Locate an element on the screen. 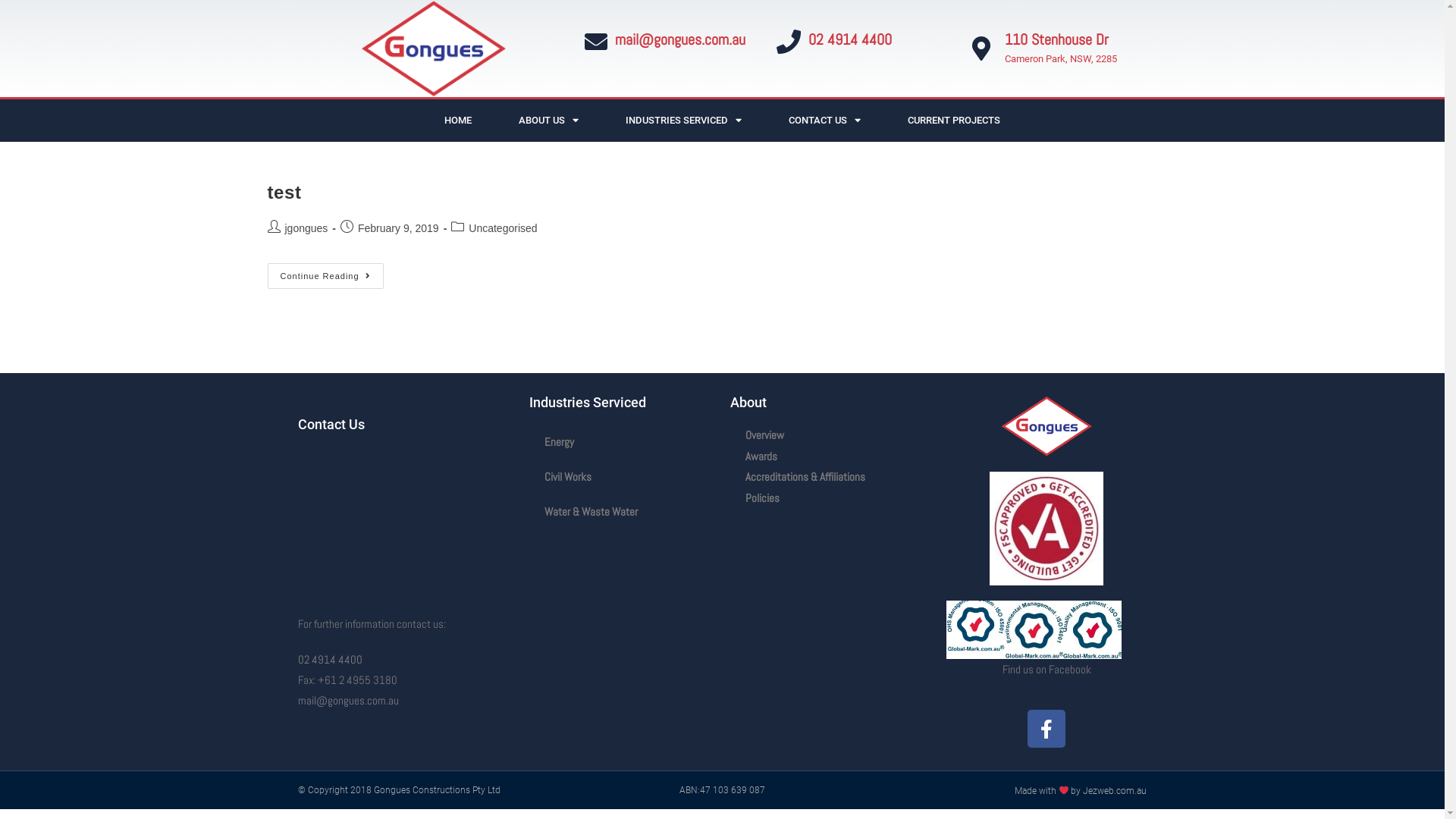  'INDUSTRIES SERVICED' is located at coordinates (682, 119).